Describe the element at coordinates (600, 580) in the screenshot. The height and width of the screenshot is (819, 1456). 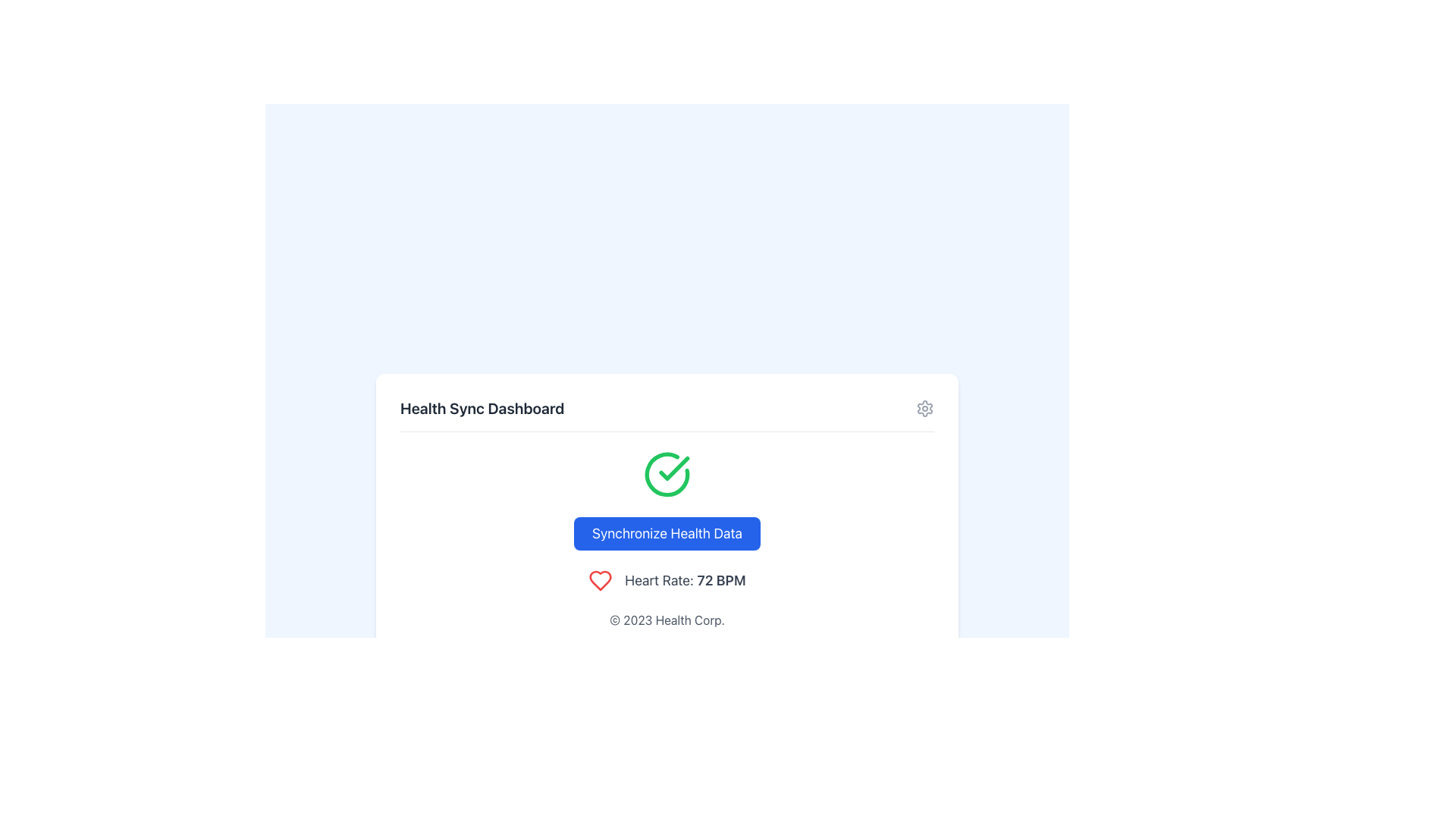
I see `the red heart icon located to the left of the text 'Heart Rate: 72 BPM', which is visually distinct and part of the heart rate information group` at that location.